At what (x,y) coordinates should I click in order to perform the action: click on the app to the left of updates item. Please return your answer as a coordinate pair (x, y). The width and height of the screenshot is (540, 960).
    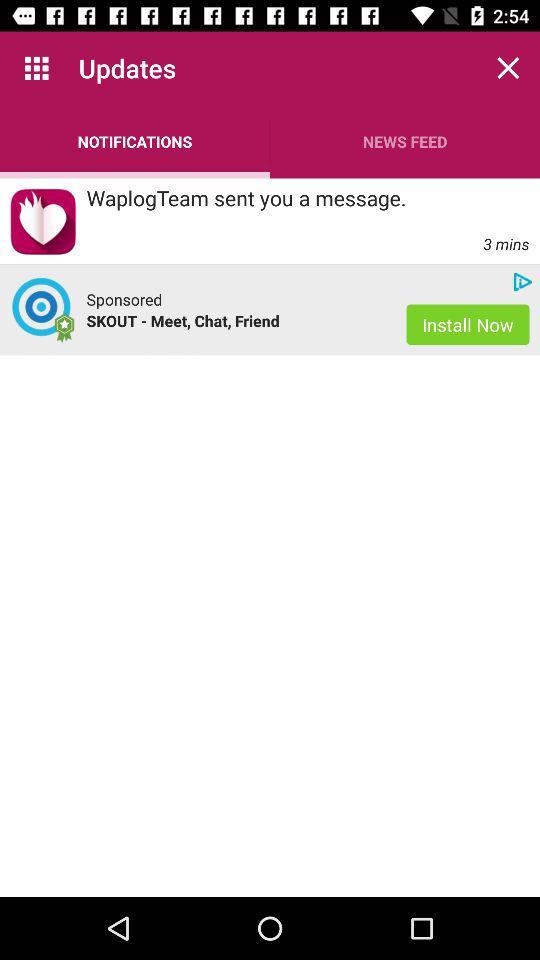
    Looking at the image, I should click on (36, 68).